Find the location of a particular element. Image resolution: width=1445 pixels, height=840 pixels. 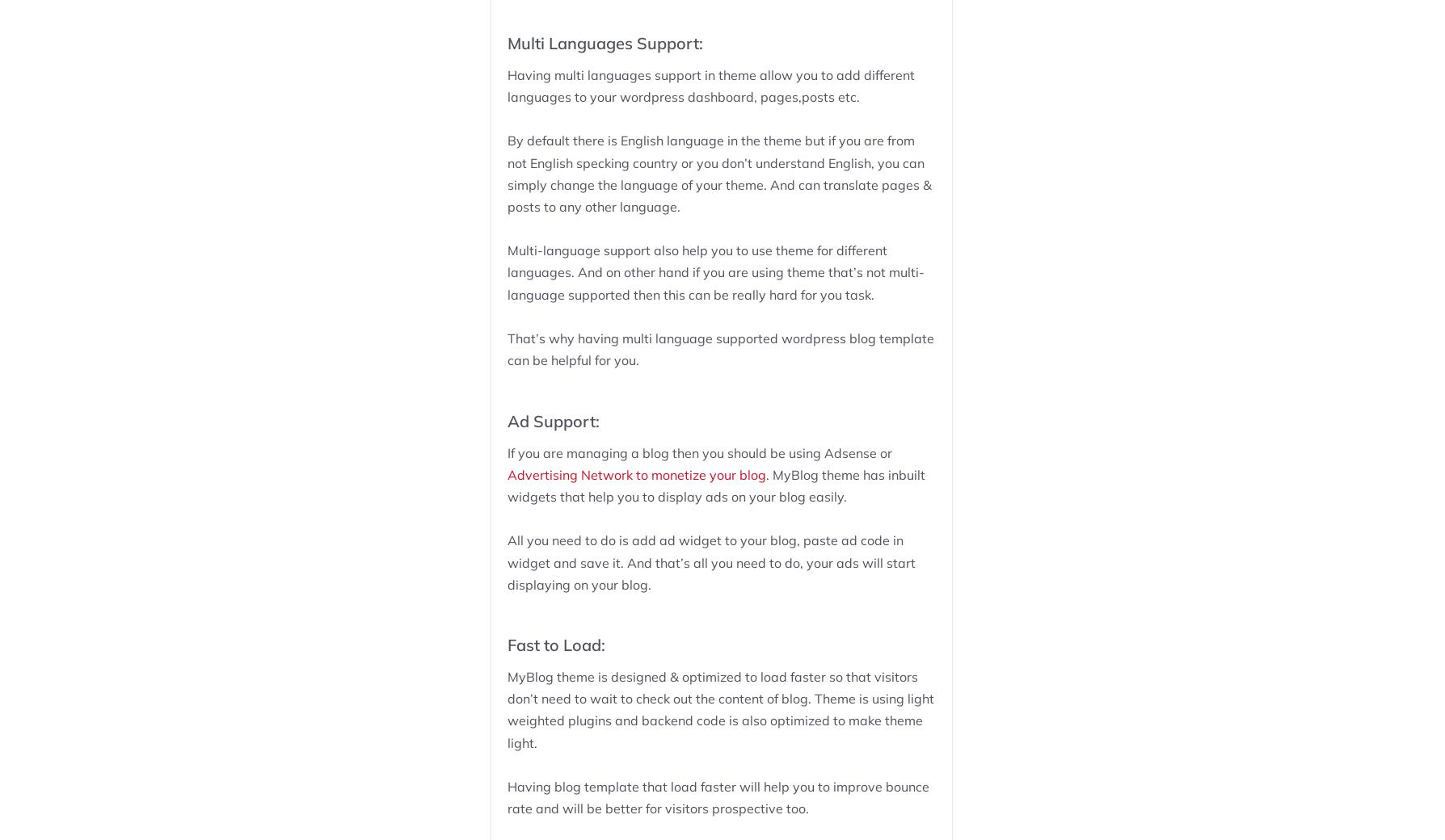

'Multi-language support also help you to use theme for different languages. And on other hand if you are using theme that’s not multi-language supported then this can be really hard for you task.' is located at coordinates (507, 271).